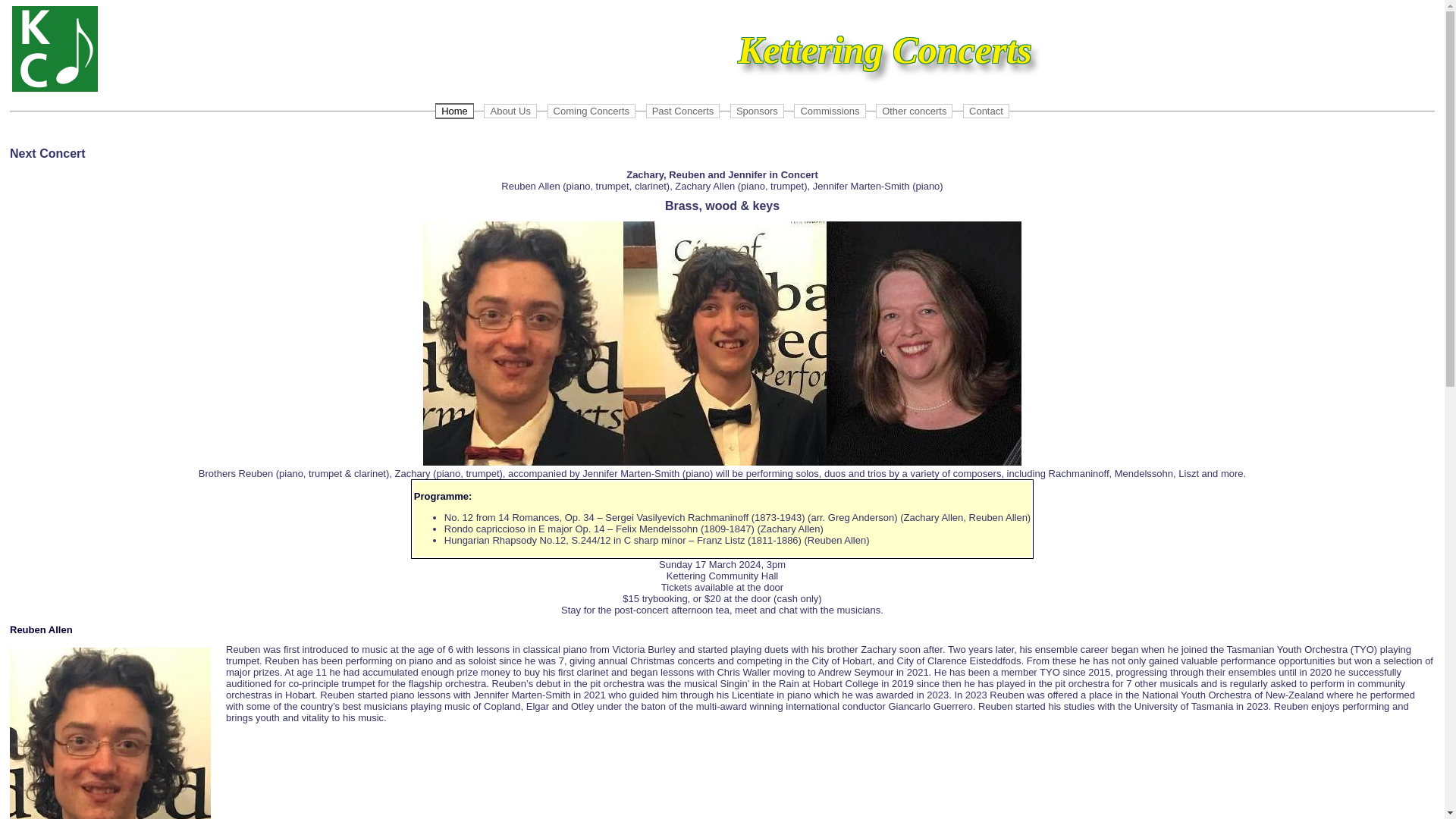  What do you see at coordinates (546, 110) in the screenshot?
I see `'Coming Concerts'` at bounding box center [546, 110].